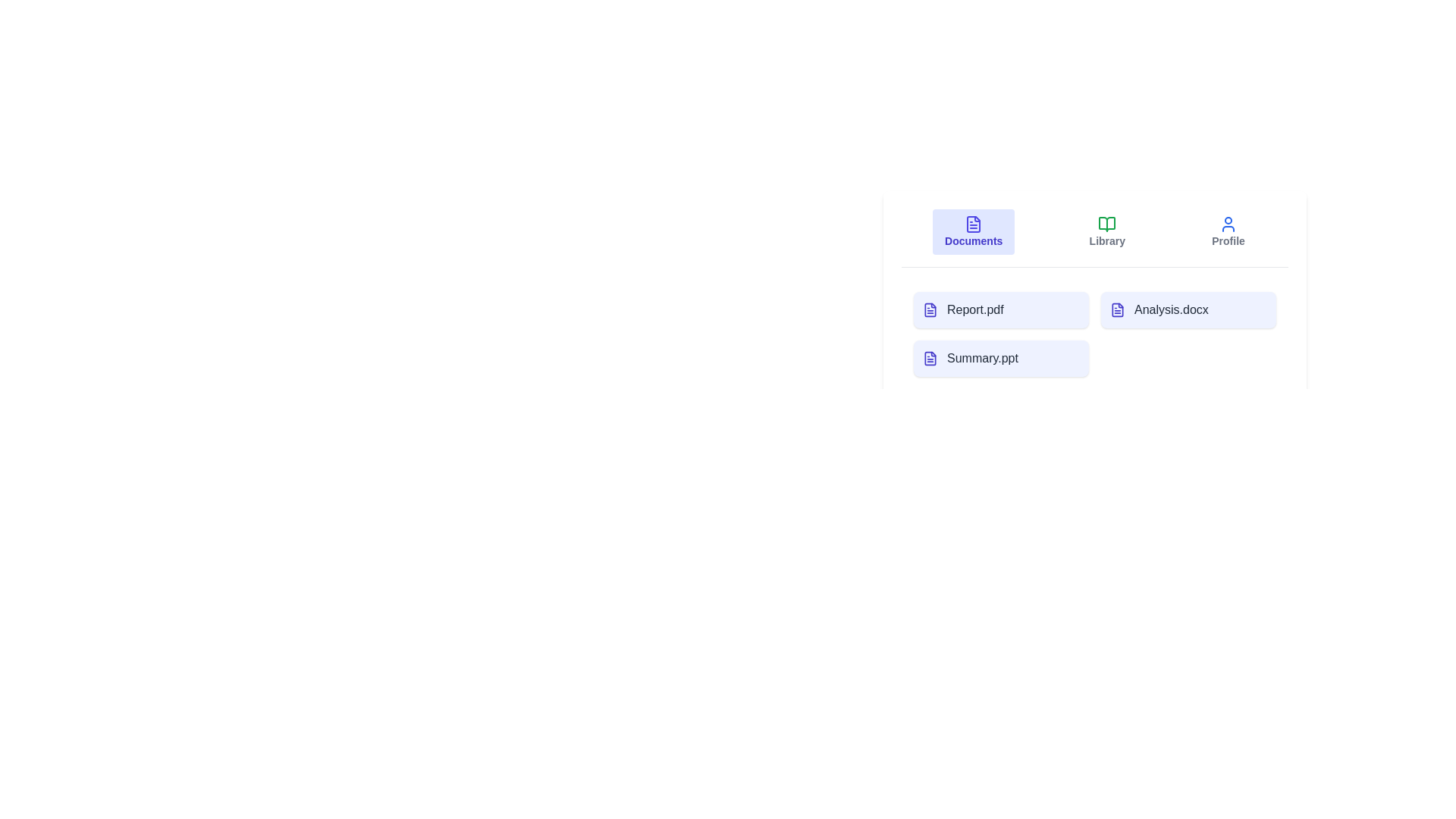 The height and width of the screenshot is (819, 1456). What do you see at coordinates (1107, 231) in the screenshot?
I see `the Library tab to switch to the corresponding view` at bounding box center [1107, 231].